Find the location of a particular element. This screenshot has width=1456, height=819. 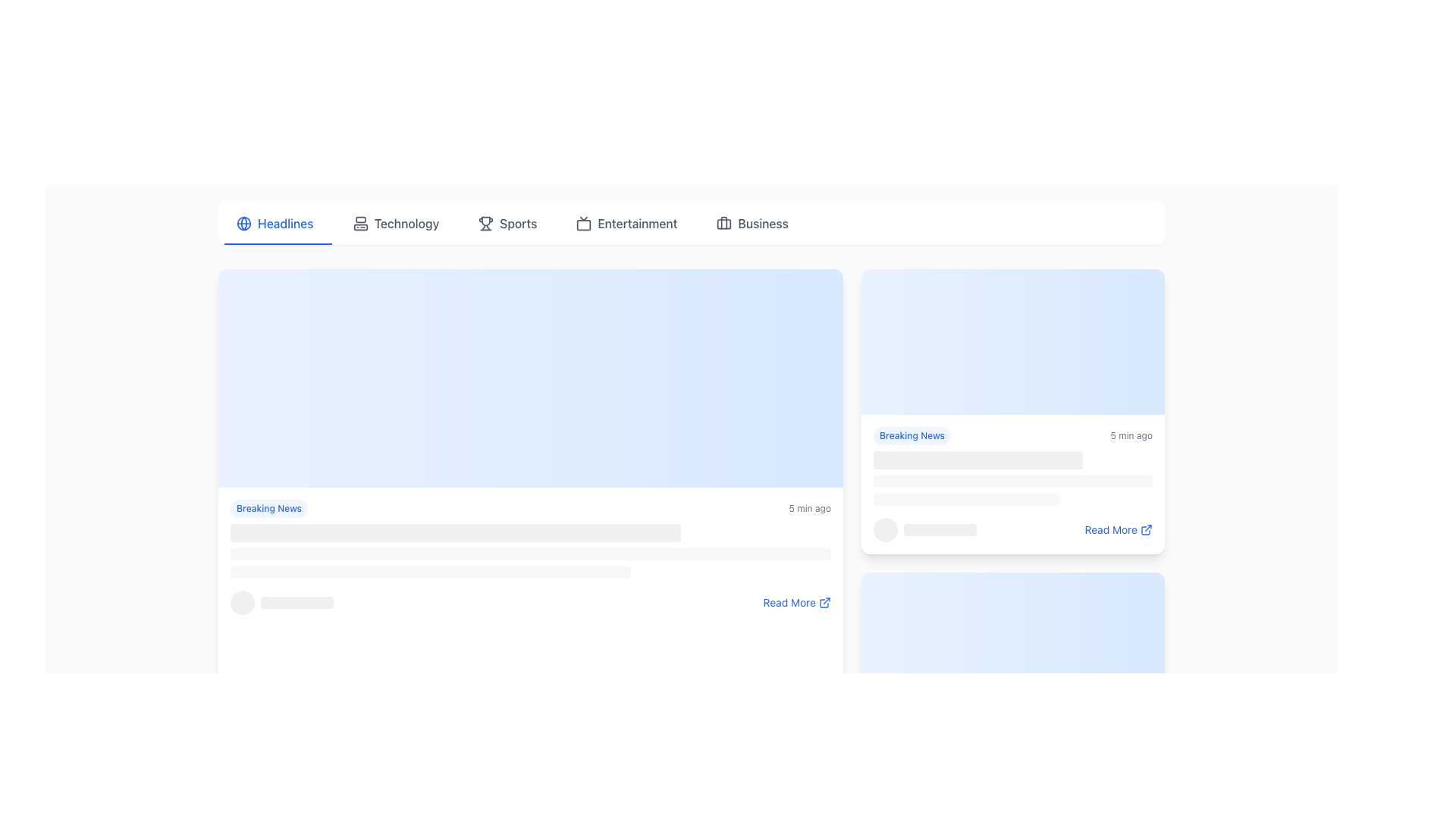

the television icon located in the Entertainment menu, which is styled in a simple line-art design and positioned to the left of the 'Entertainment' label is located at coordinates (583, 223).